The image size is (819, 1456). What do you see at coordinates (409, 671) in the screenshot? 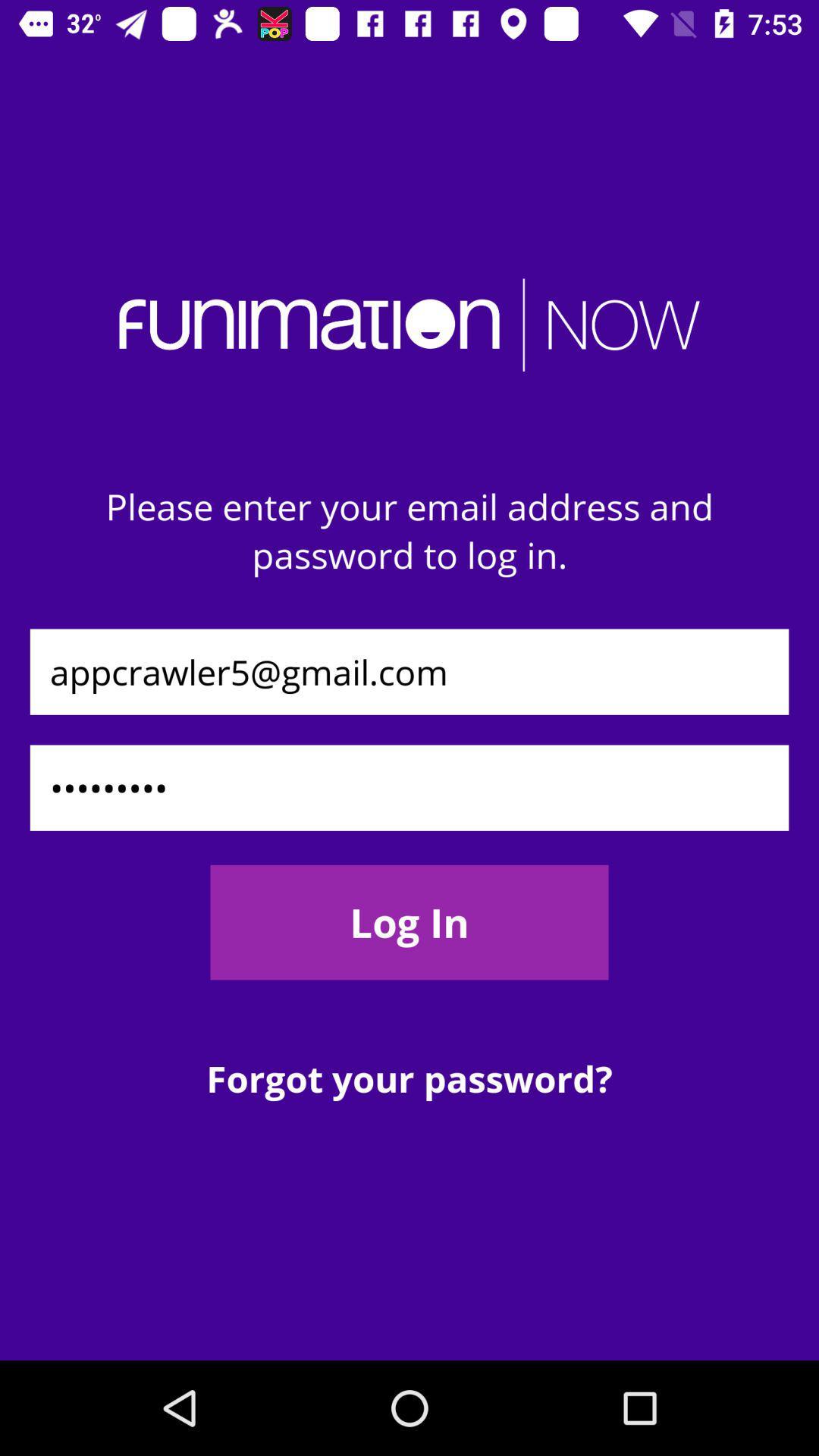
I see `appcrawler5@gmail.com item` at bounding box center [409, 671].